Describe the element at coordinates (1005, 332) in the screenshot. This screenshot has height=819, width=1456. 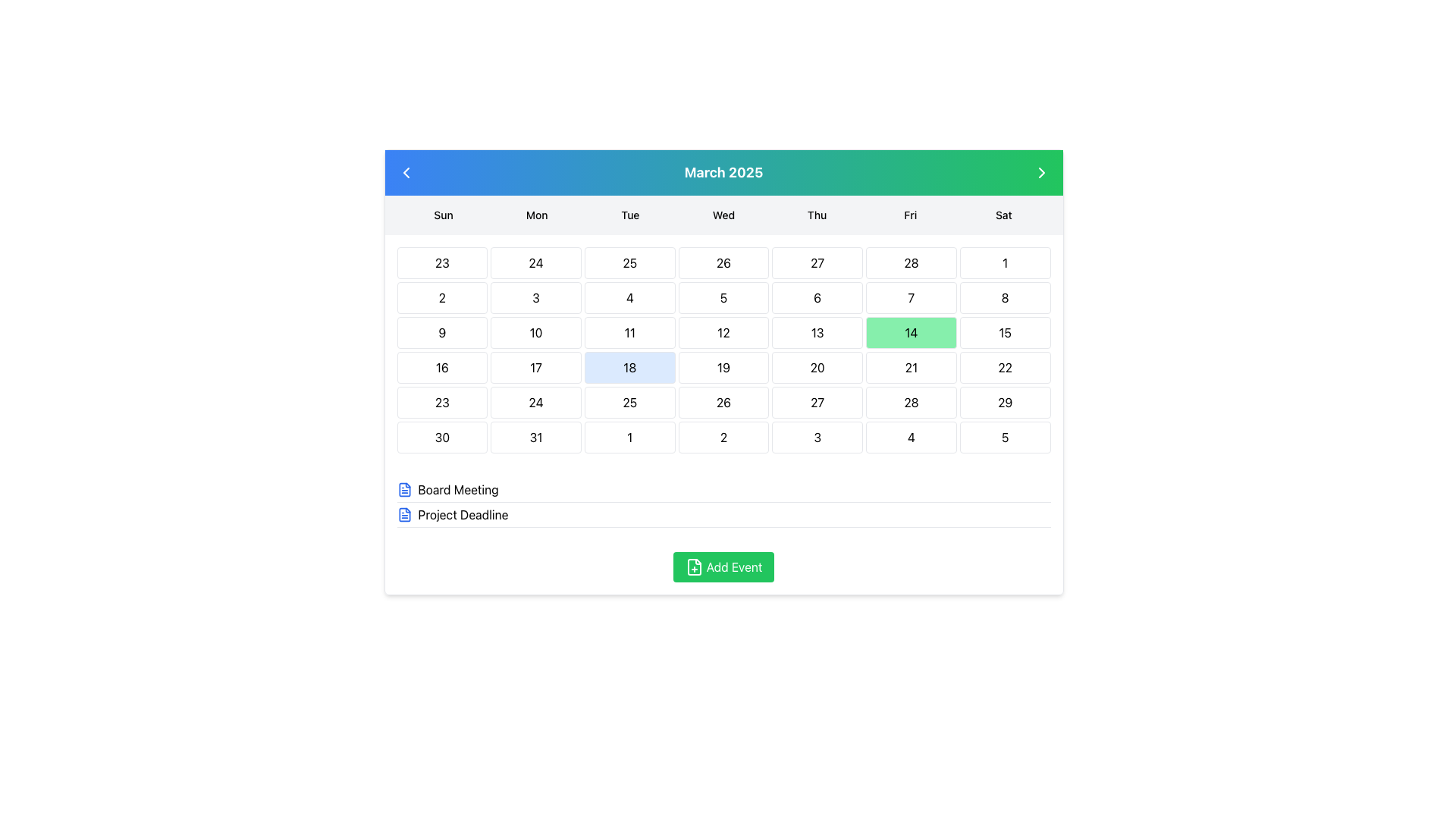
I see `the calendar day cell displaying the text '15' to identify the date` at that location.